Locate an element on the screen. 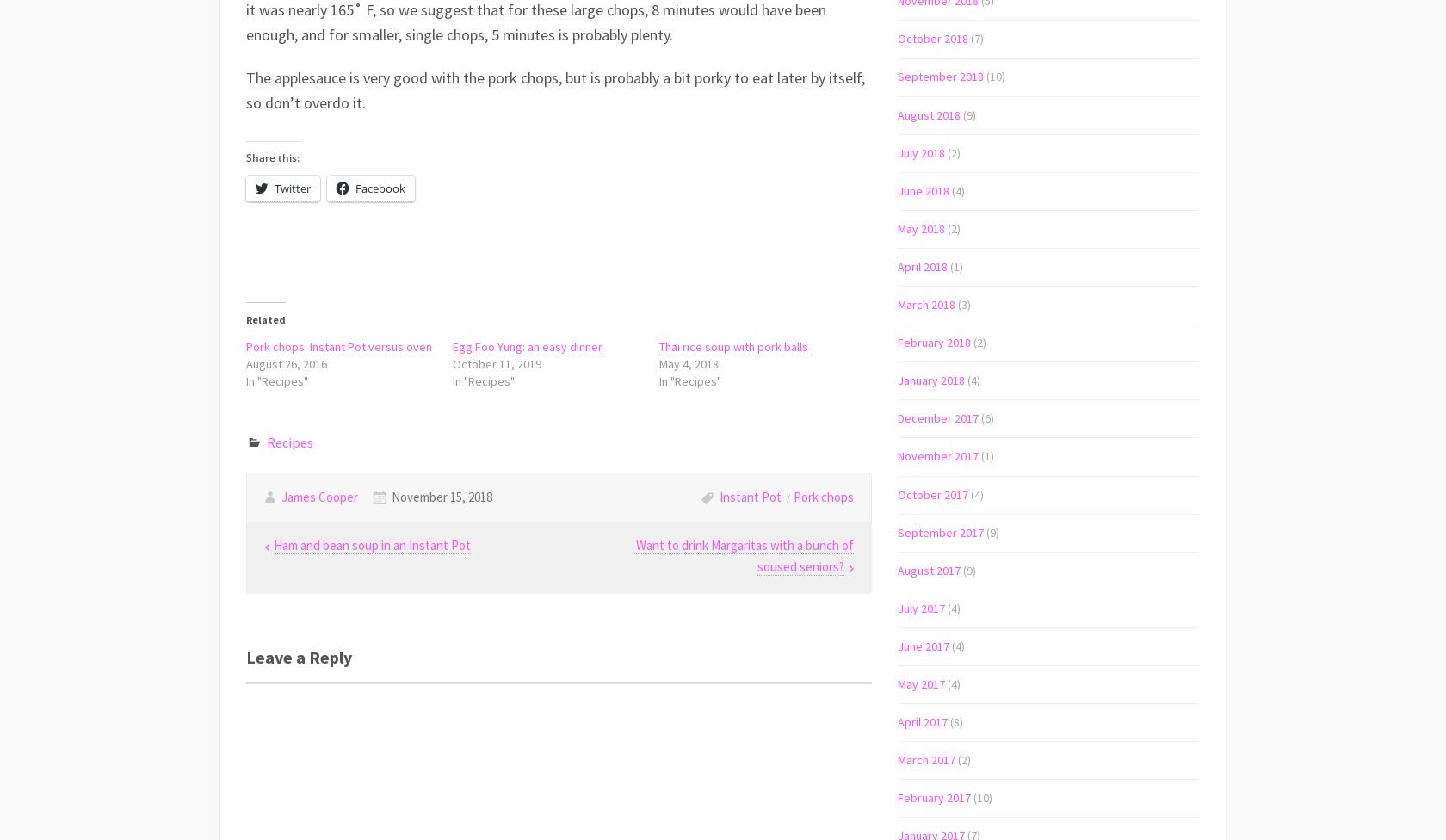 The height and width of the screenshot is (840, 1446). 'February 2017' is located at coordinates (934, 797).